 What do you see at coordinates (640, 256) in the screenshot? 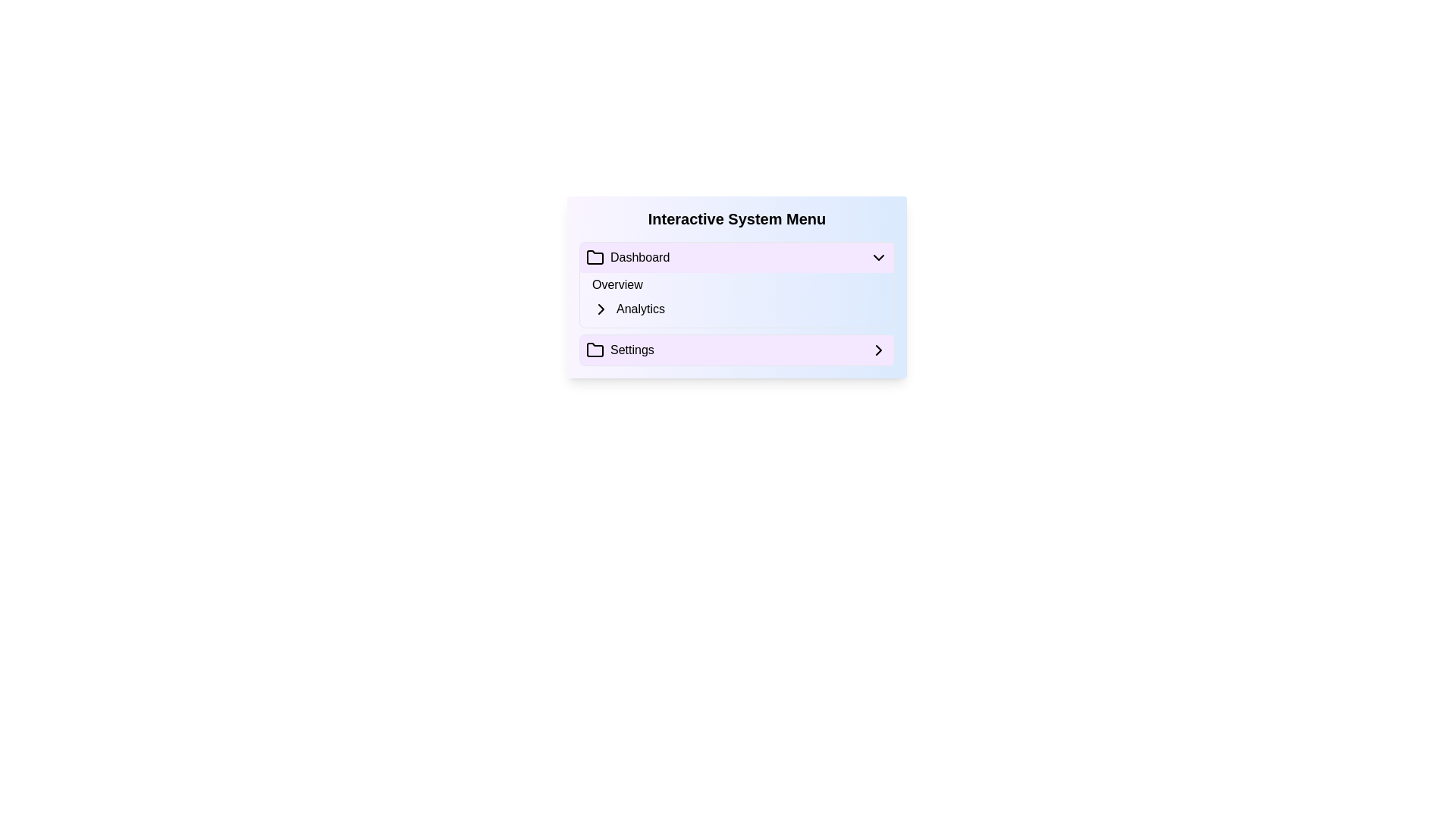
I see `the 'Dashboard' text label in the Interactive System Menu, which is located to the right of the folder icon` at bounding box center [640, 256].